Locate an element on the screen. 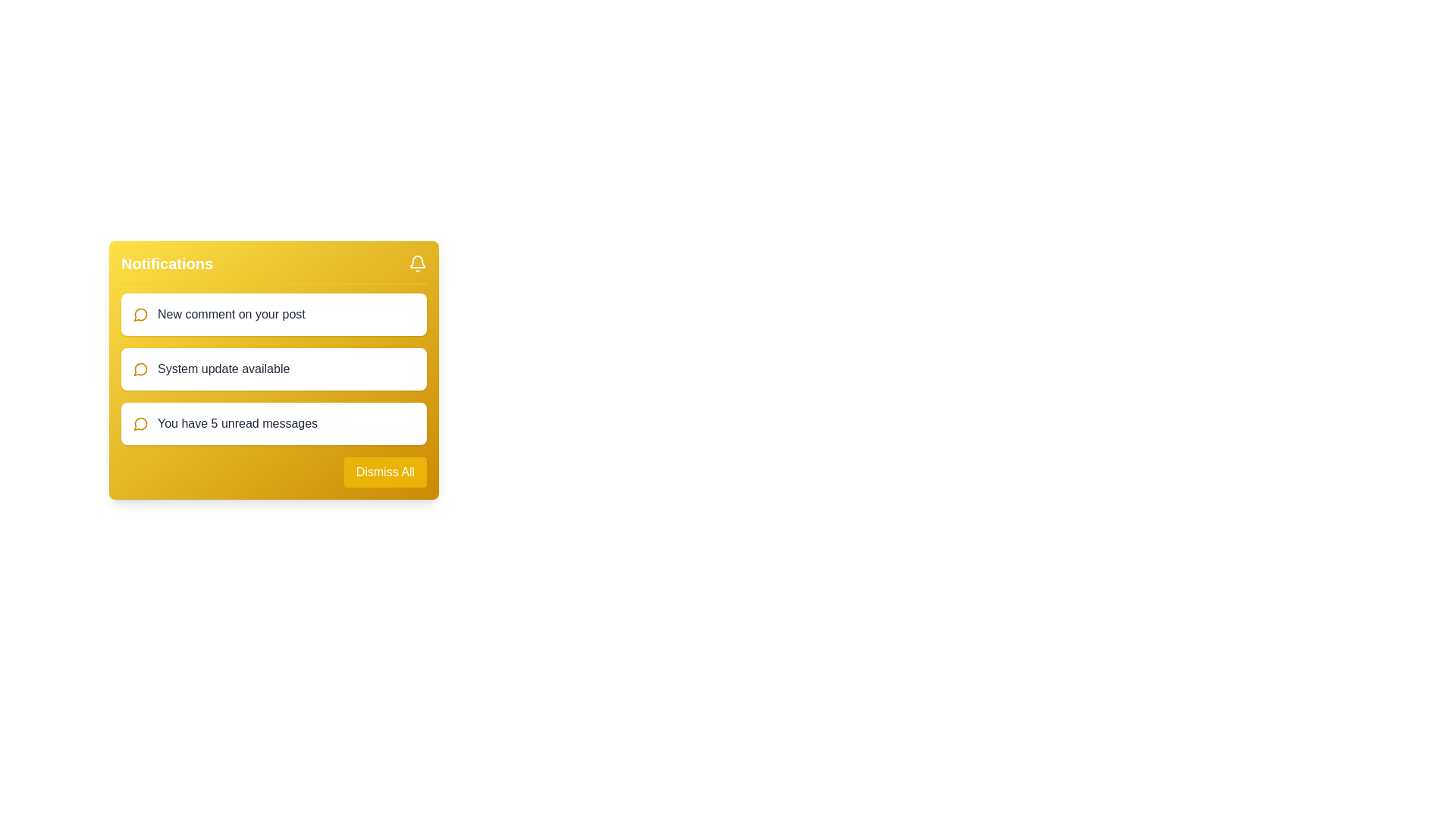 The height and width of the screenshot is (819, 1456). the SVG graphical element that serves as a visual icon for chat or notification features, located at the middle-right of the notification card is located at coordinates (140, 424).